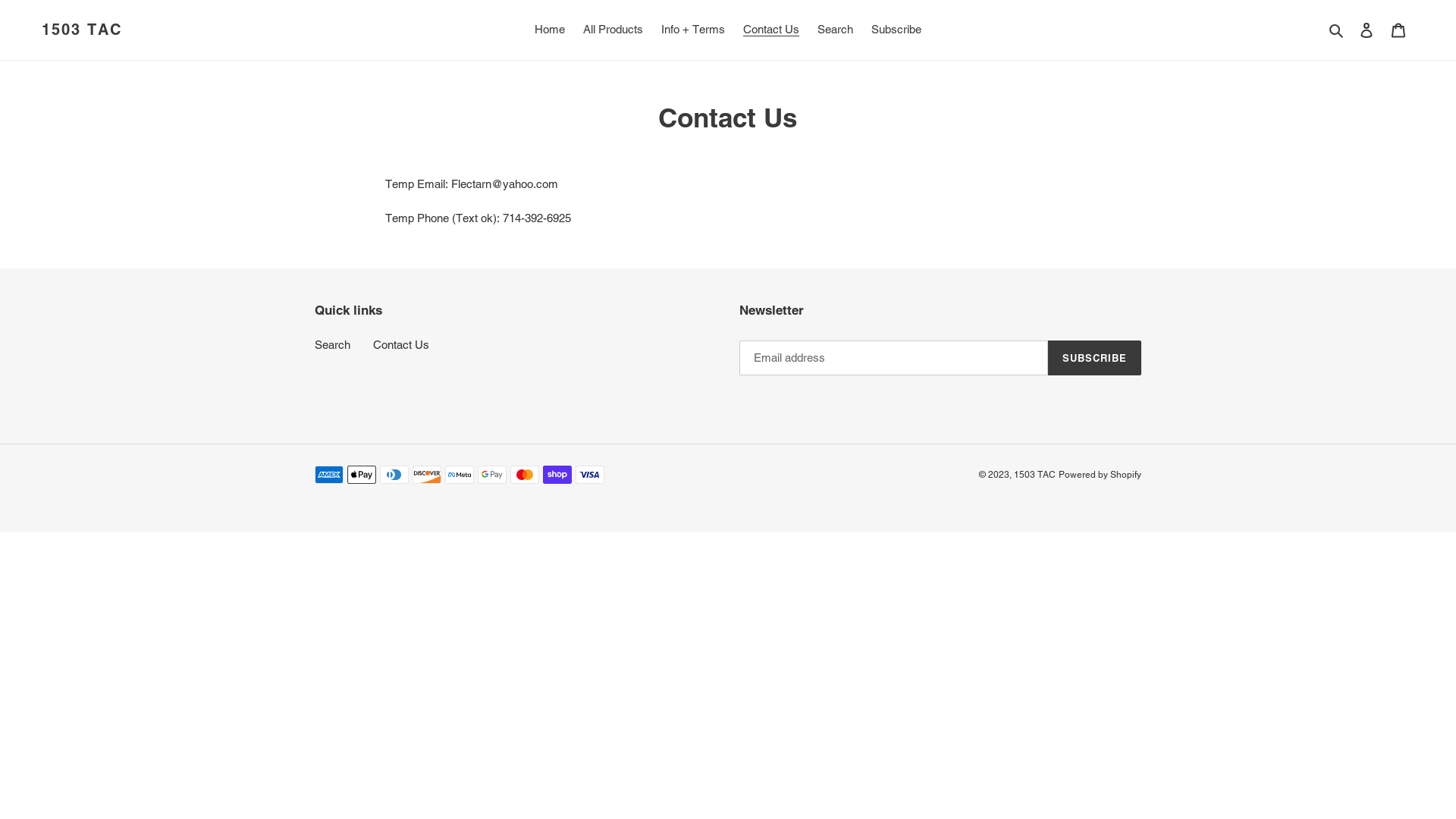 The width and height of the screenshot is (1456, 819). Describe the element at coordinates (1323, 30) in the screenshot. I see `'Search'` at that location.